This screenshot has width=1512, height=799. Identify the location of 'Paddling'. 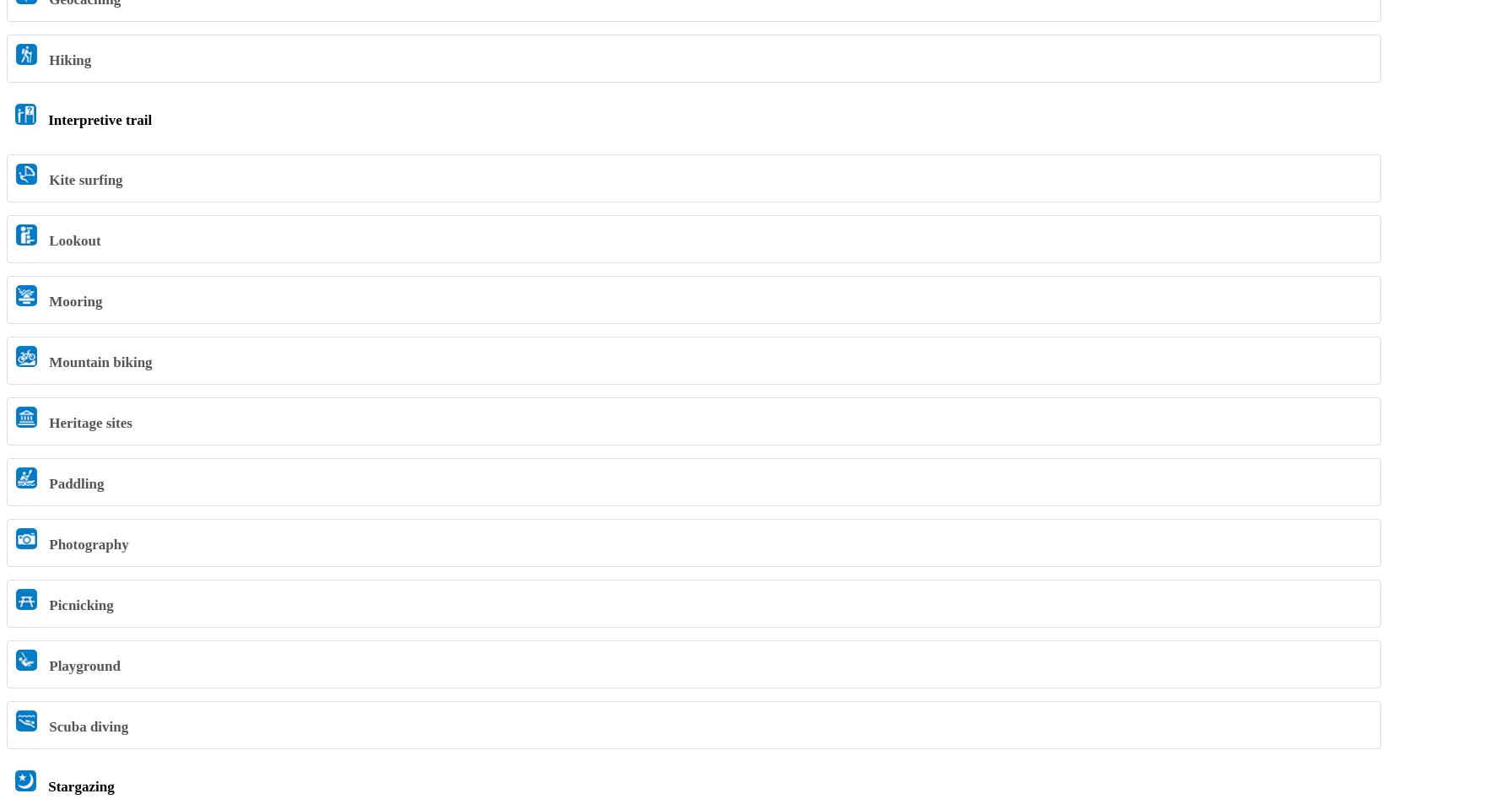
(74, 483).